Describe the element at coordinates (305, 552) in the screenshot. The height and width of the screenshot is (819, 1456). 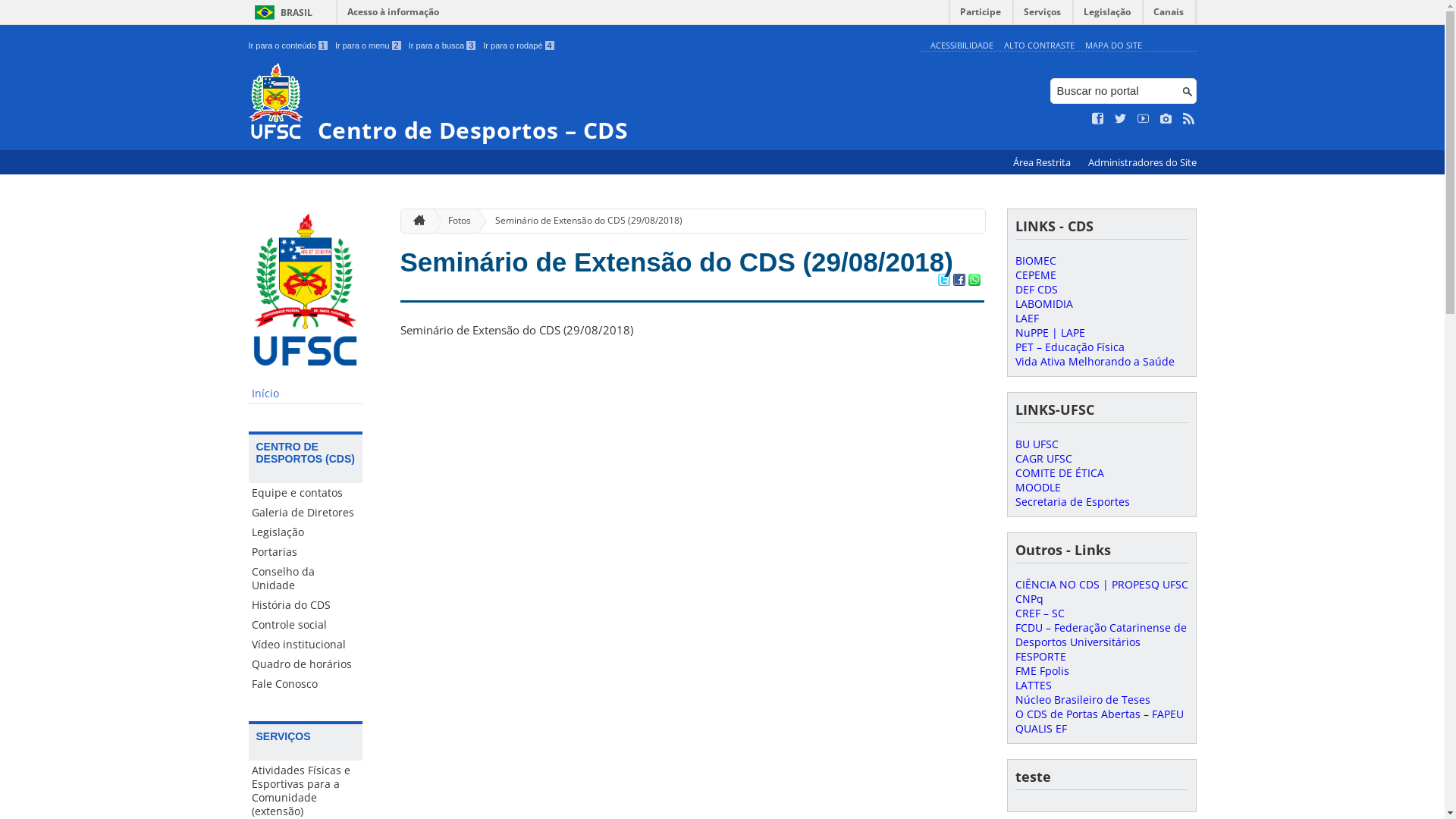
I see `'Portarias'` at that location.